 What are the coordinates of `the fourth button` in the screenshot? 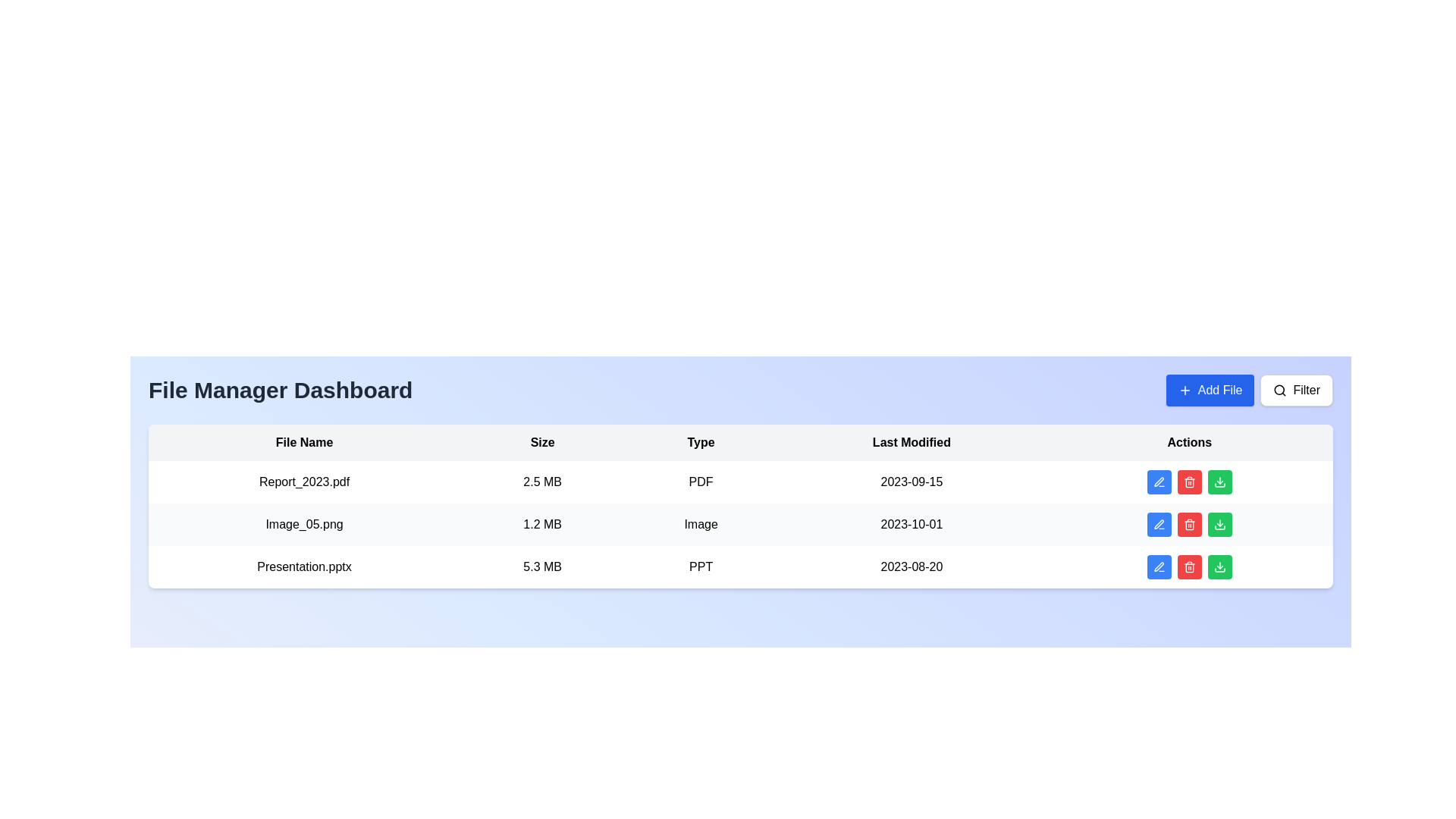 It's located at (1219, 482).